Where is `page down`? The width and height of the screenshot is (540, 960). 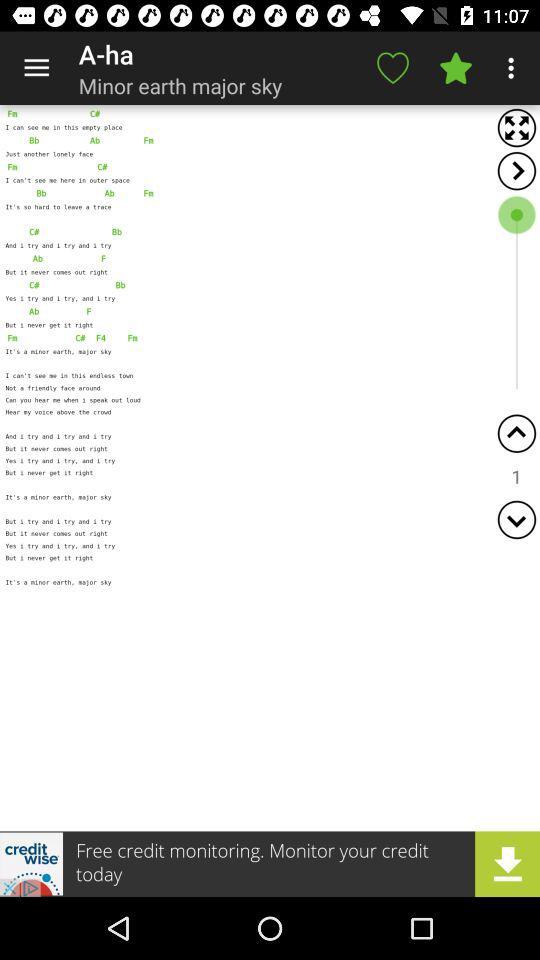 page down is located at coordinates (516, 518).